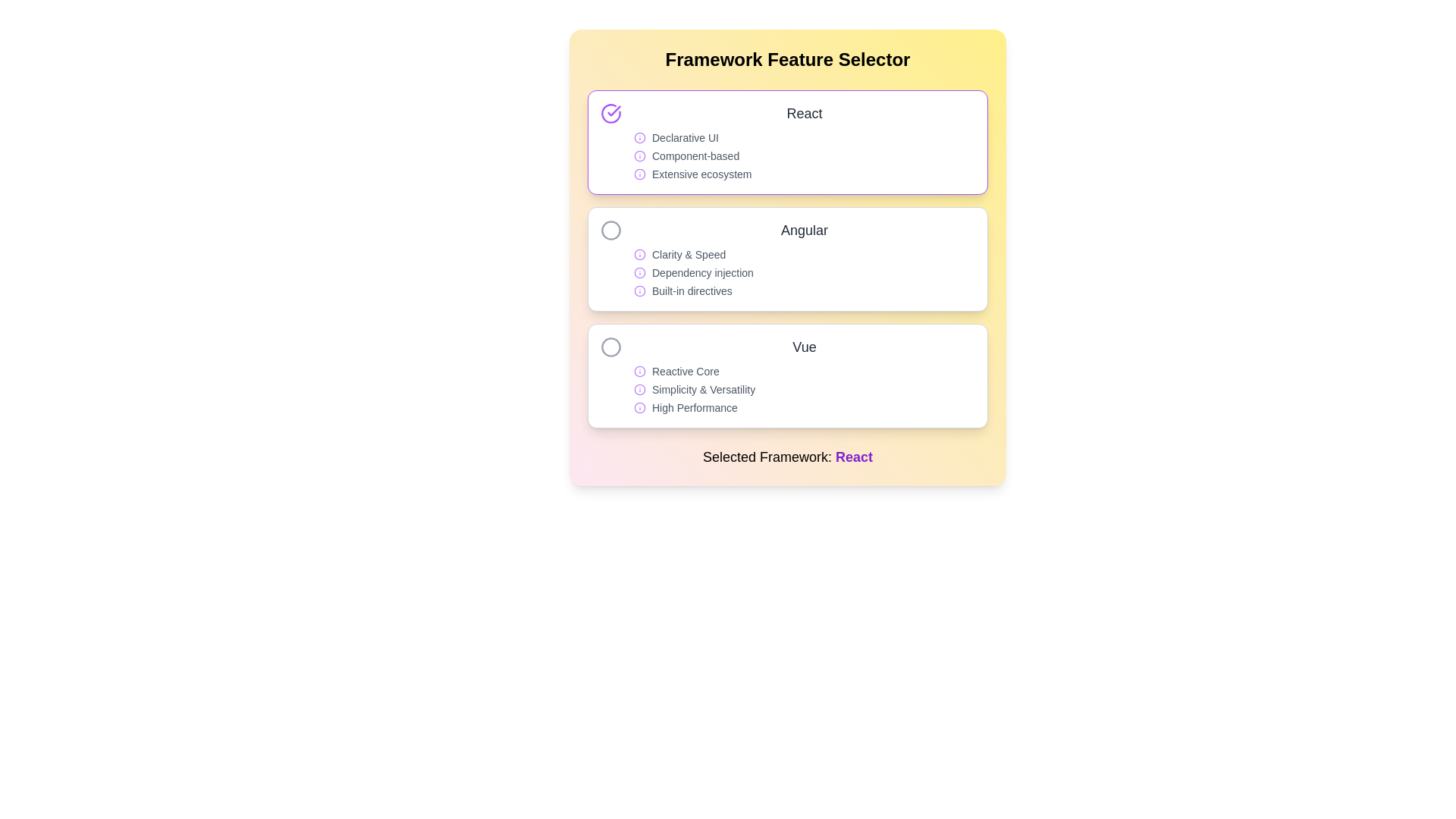 The height and width of the screenshot is (819, 1456). What do you see at coordinates (611, 347) in the screenshot?
I see `the radio button located within the 'Vue' card, adjacent to the text 'Vue' and the descriptive items below` at bounding box center [611, 347].